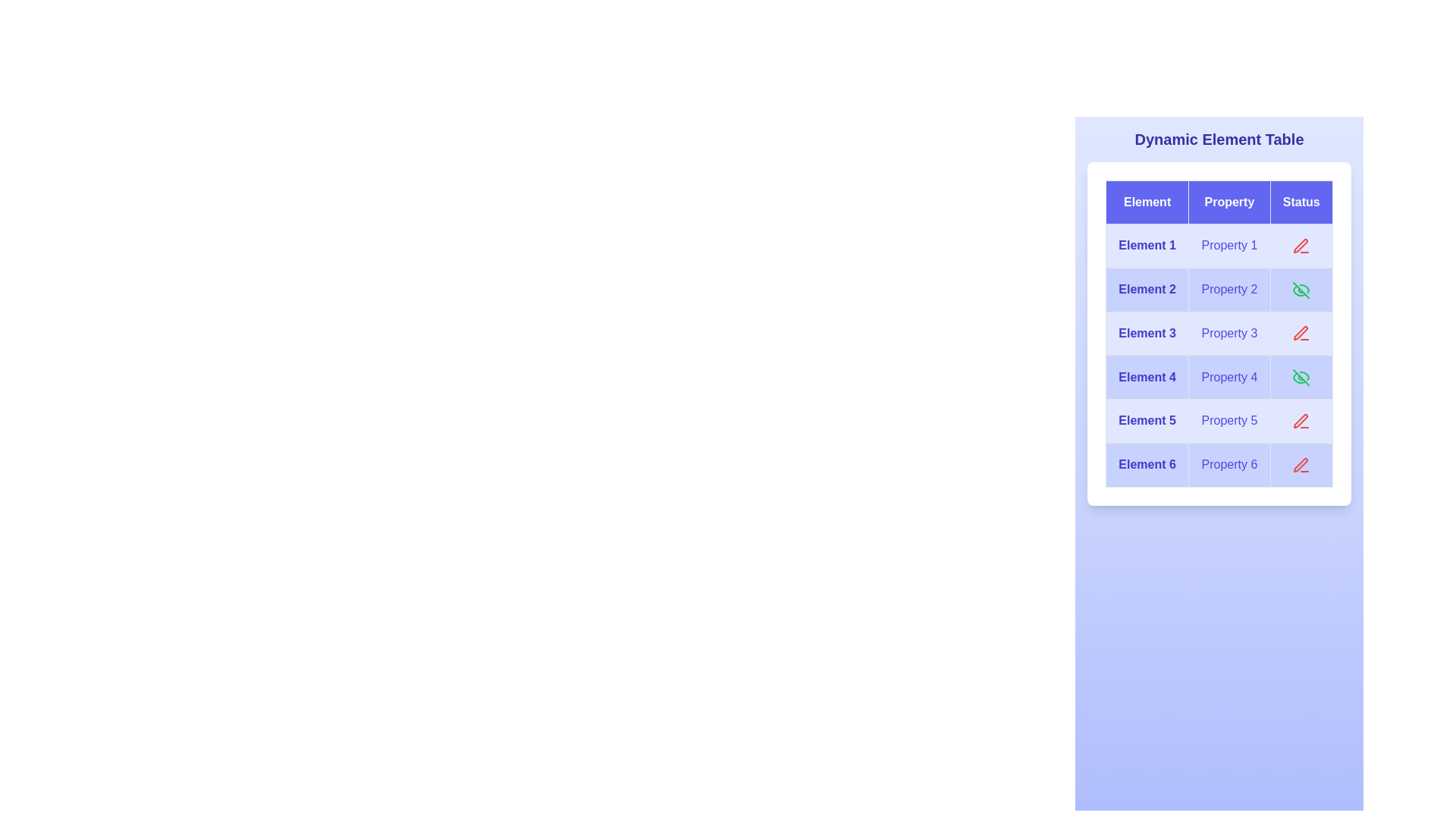 This screenshot has width=1456, height=819. I want to click on the text of element Element 6 to read its displayed text, so click(1147, 464).